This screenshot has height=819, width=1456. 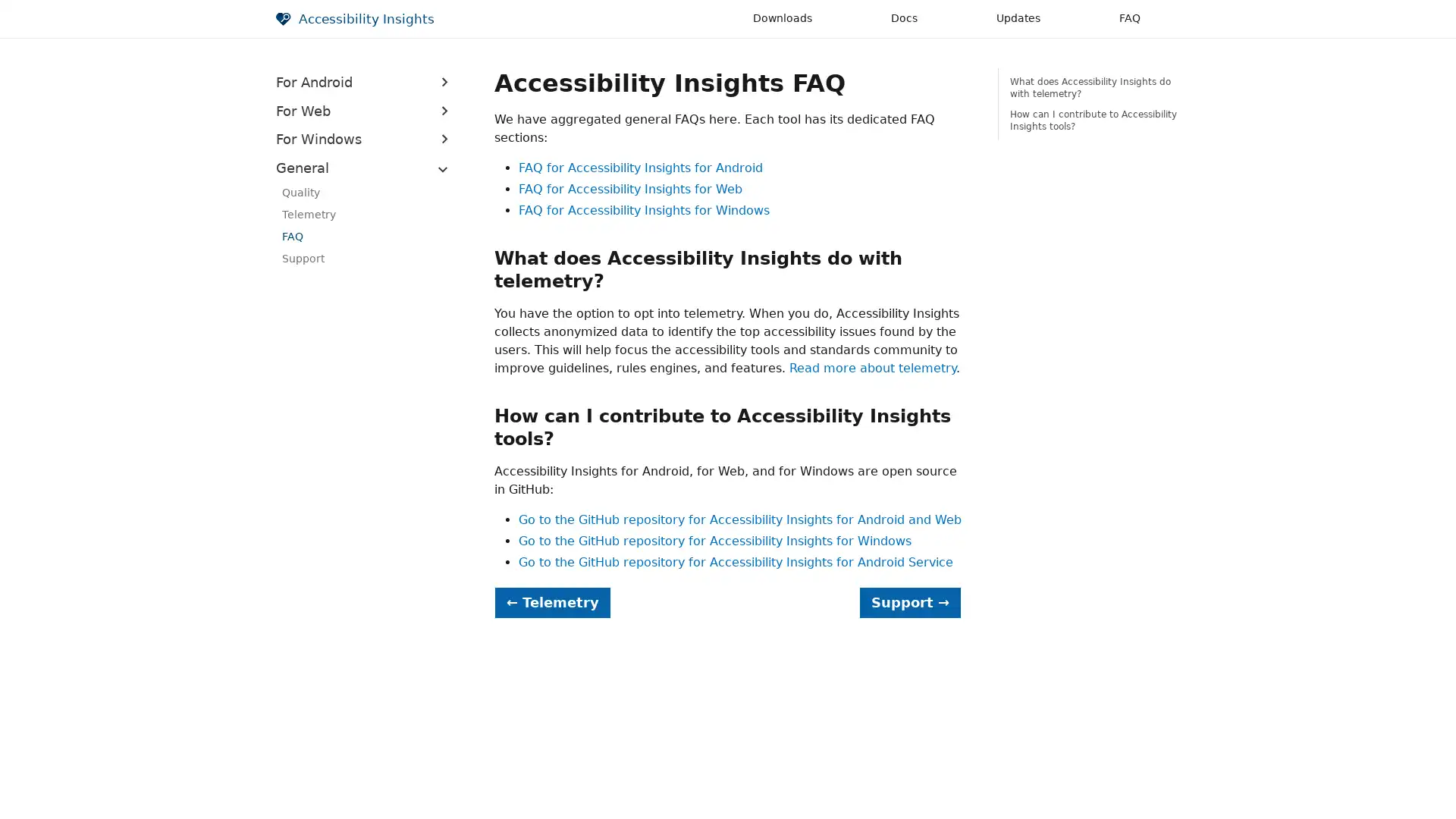 What do you see at coordinates (367, 167) in the screenshot?
I see `General` at bounding box center [367, 167].